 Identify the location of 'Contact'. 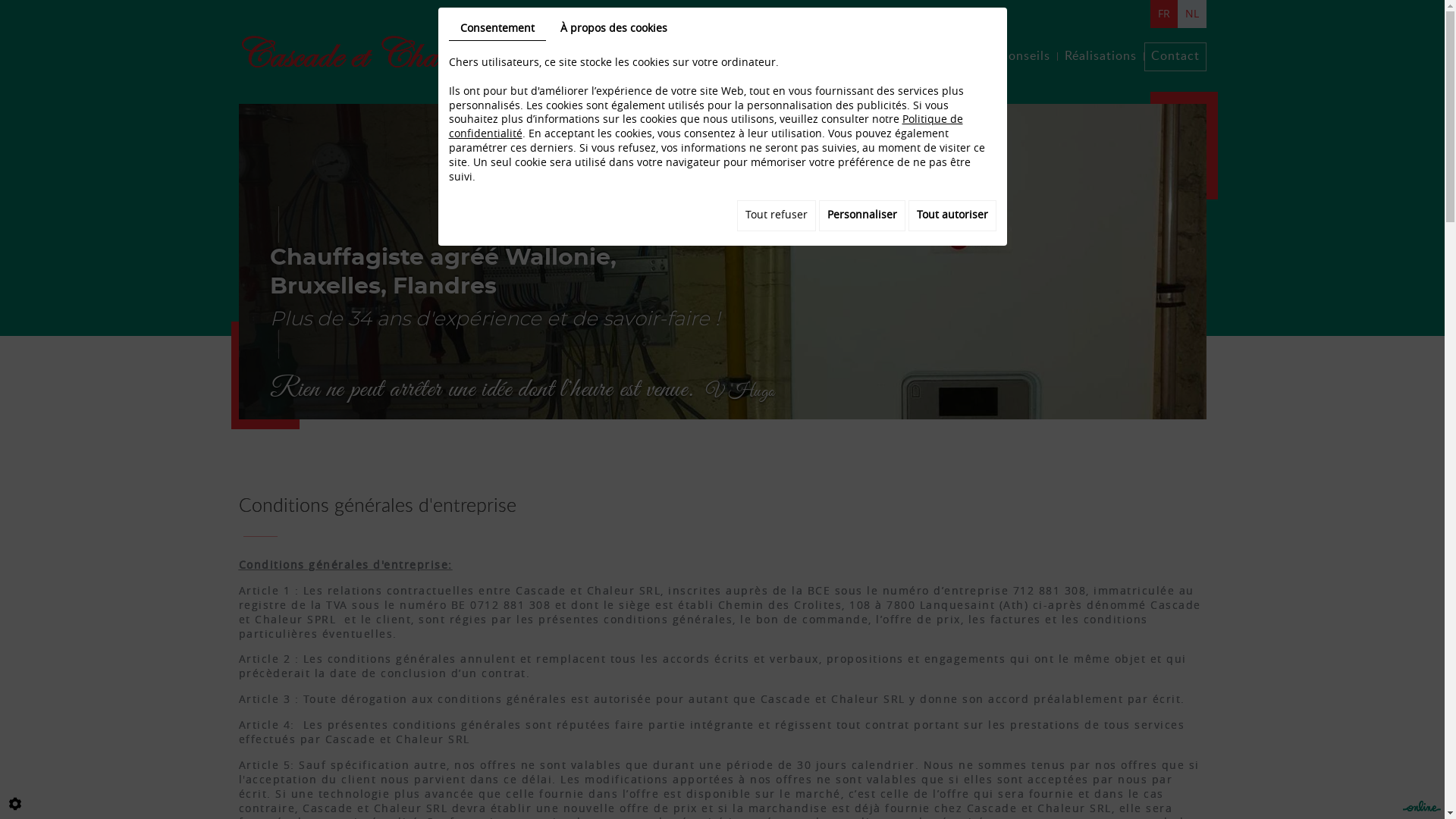
(1174, 55).